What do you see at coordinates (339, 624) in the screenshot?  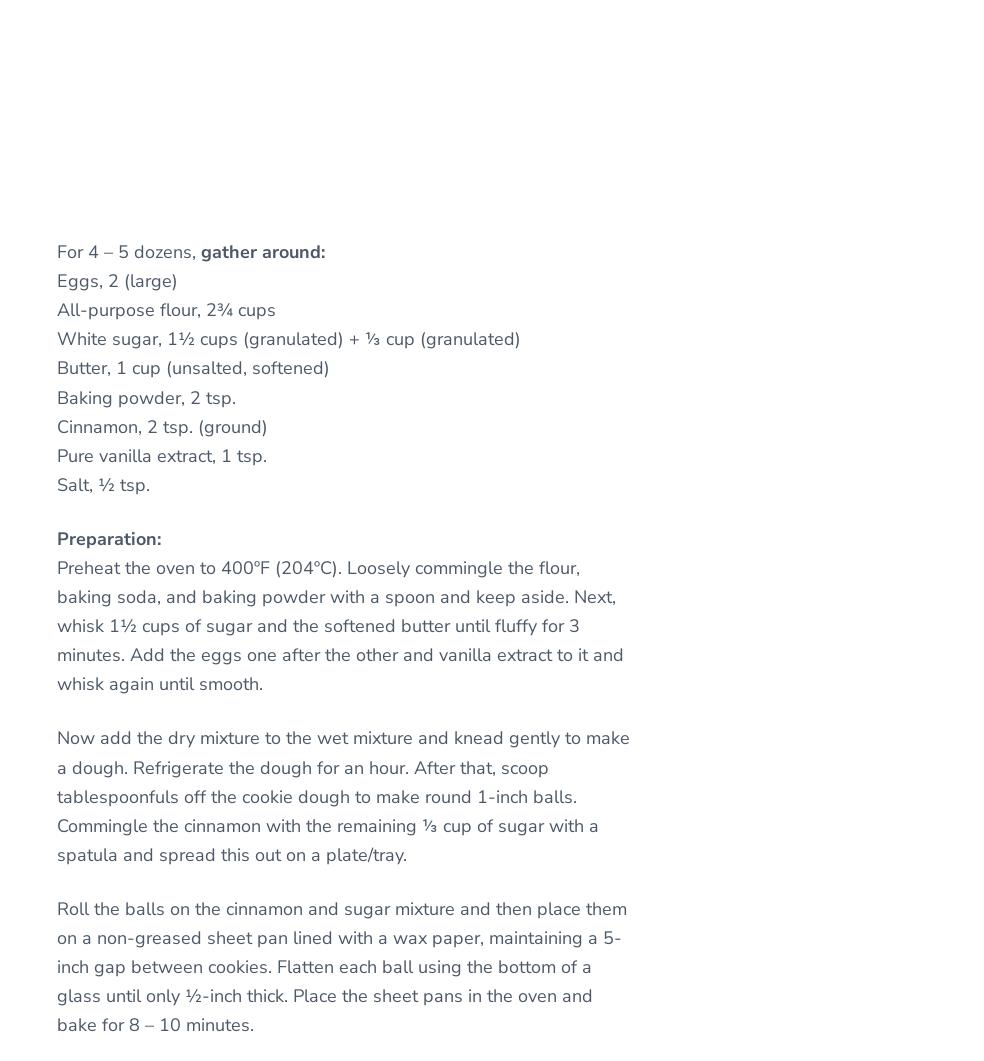 I see `'Preheat the oven to 400ºF (204ºC). Loosely commingle the flour, baking soda, and baking powder with a spoon and keep aside. Next, whisk 1½ cups of sugar and the softened butter until fluffy for 3 minutes. Add the eggs one after the other and vanilla extract to it and whisk again until smooth.'` at bounding box center [339, 624].